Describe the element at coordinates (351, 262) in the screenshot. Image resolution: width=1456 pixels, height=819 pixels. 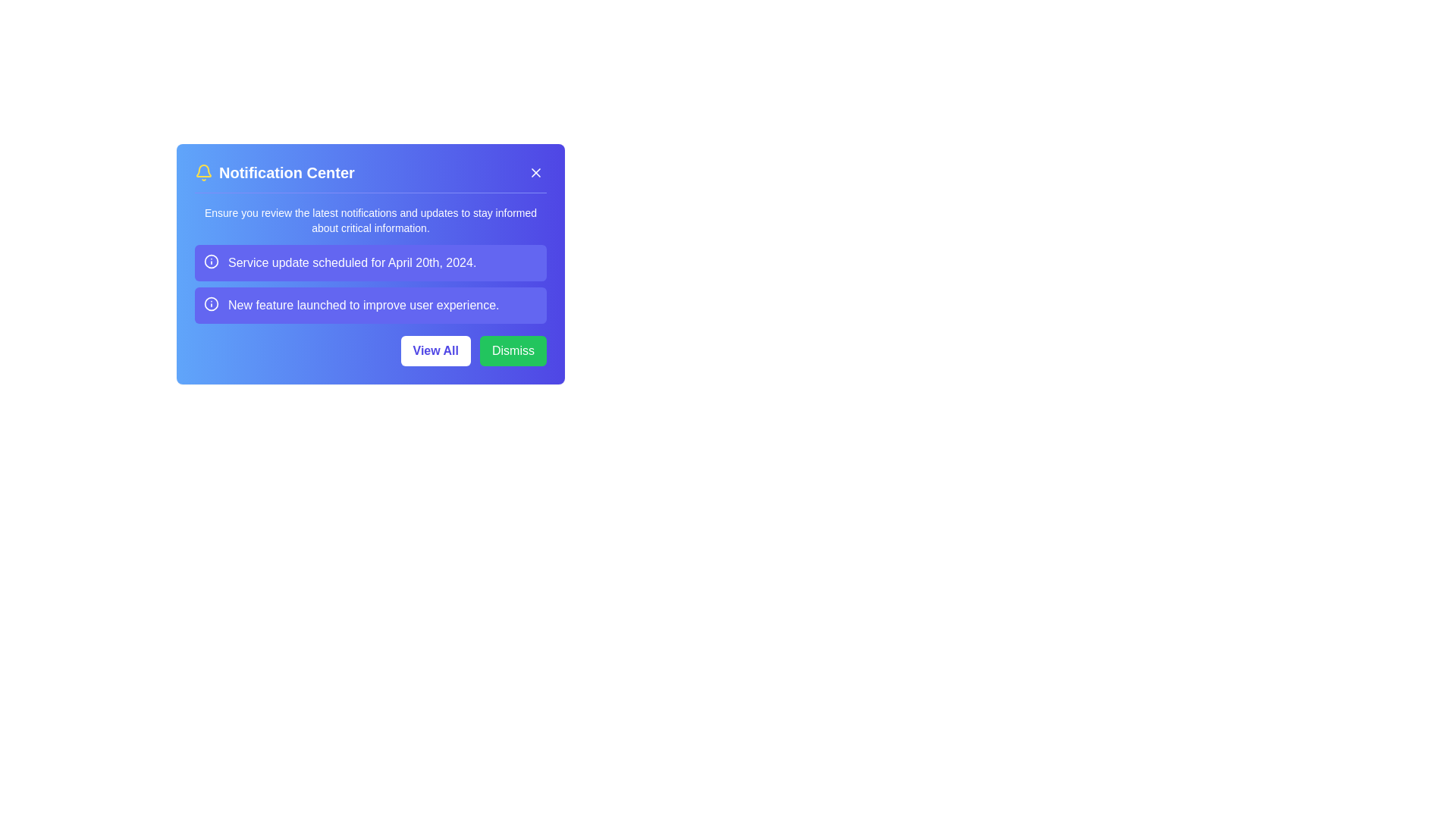
I see `the message label in the Notification Center that conveys information regarding a scheduled service update` at that location.